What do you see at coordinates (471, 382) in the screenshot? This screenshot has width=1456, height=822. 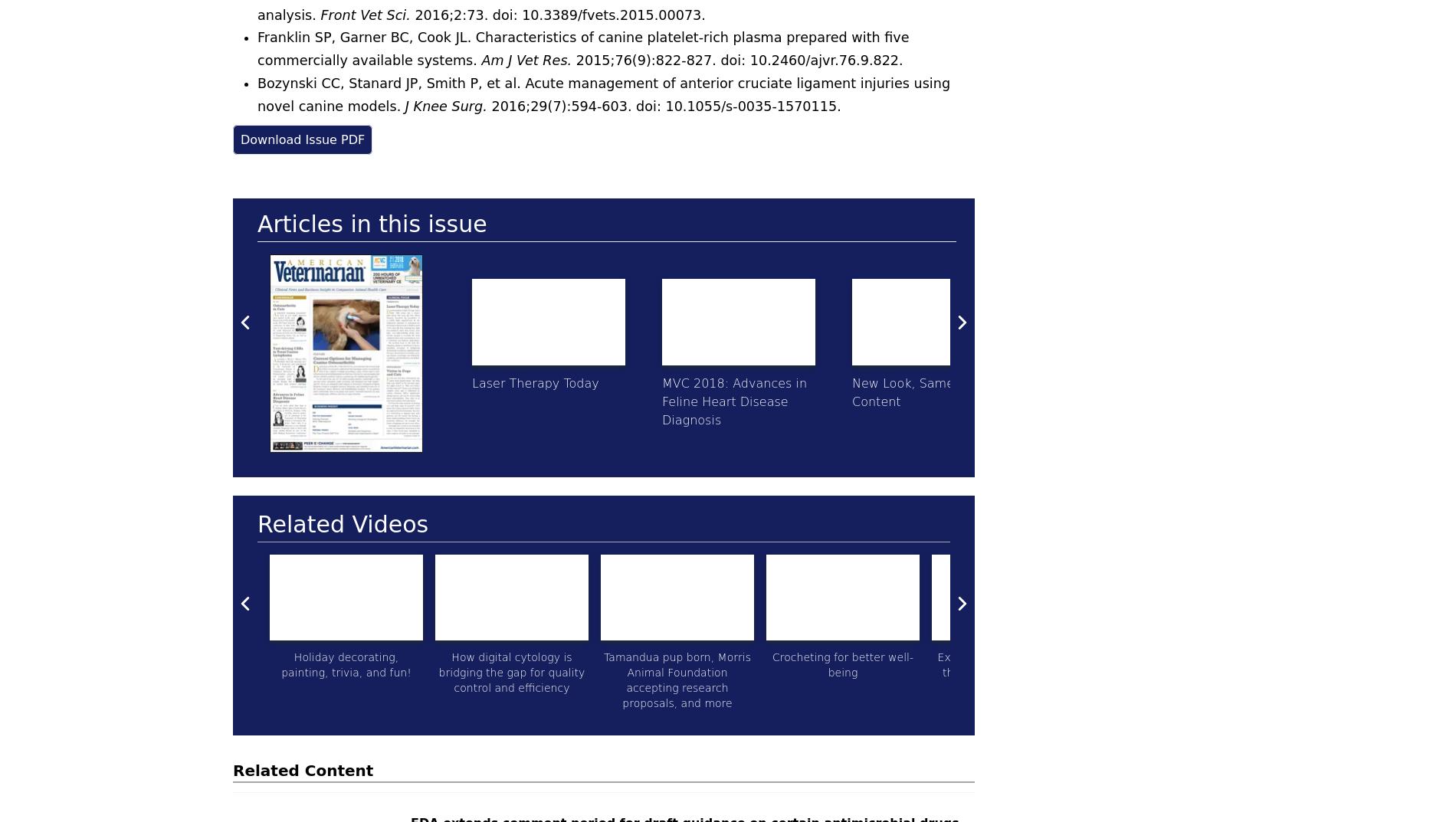 I see `'Laser Therapy Today'` at bounding box center [471, 382].